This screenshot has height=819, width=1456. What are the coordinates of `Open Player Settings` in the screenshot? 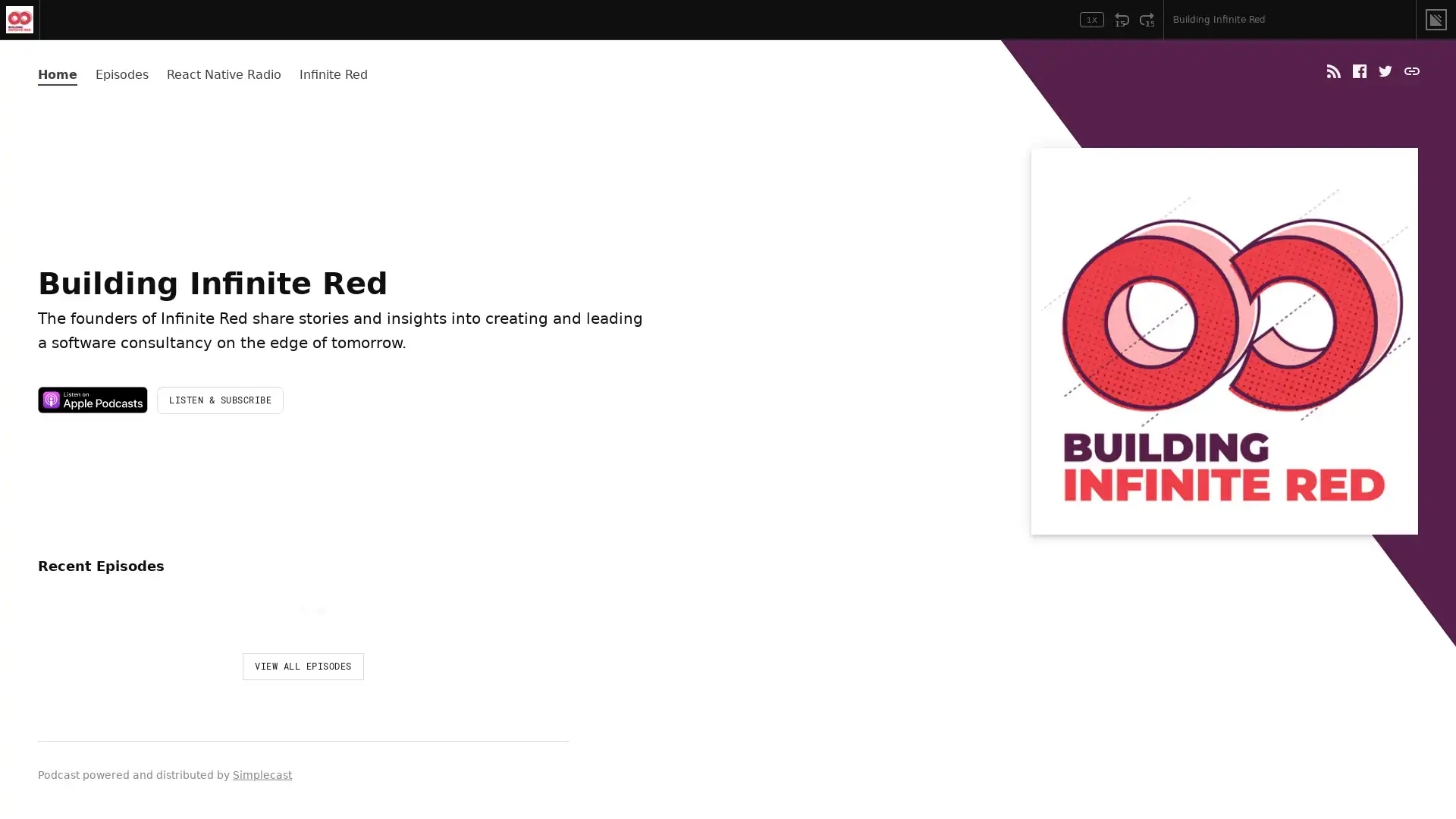 It's located at (1048, 20).